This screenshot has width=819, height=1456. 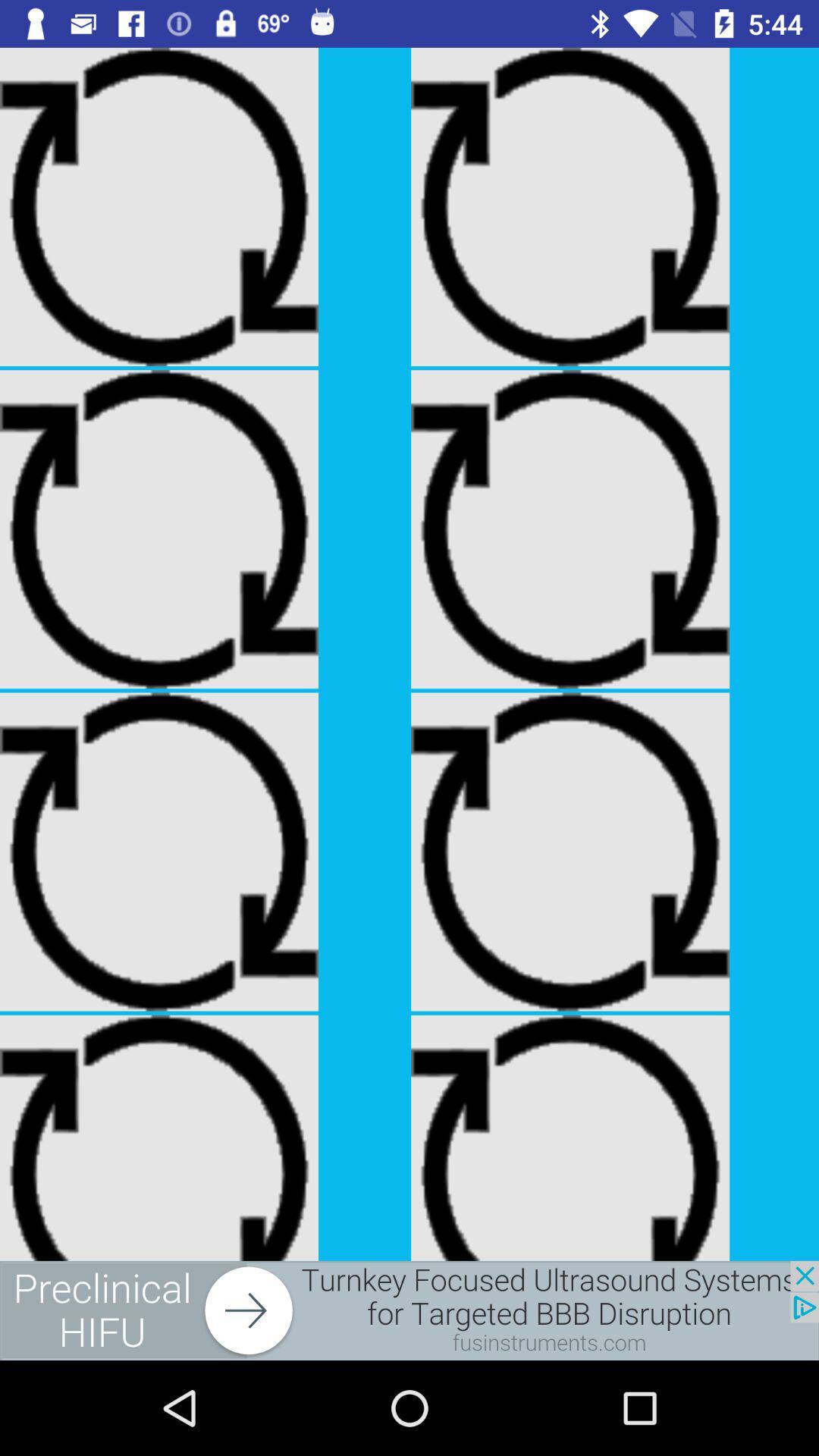 I want to click on advertisement for ultrasound systems, so click(x=409, y=1310).